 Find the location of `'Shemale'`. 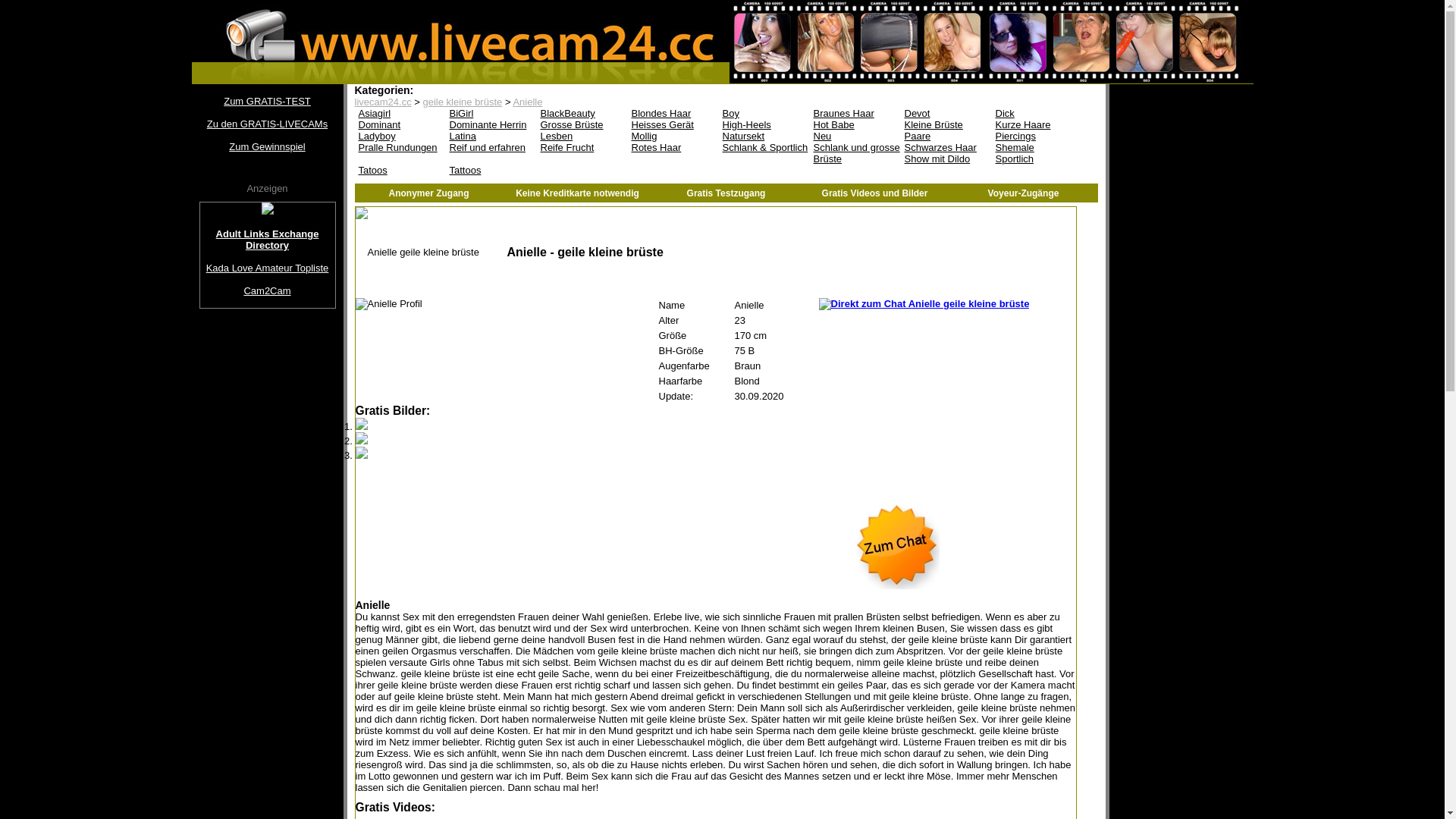

'Shemale' is located at coordinates (1037, 147).